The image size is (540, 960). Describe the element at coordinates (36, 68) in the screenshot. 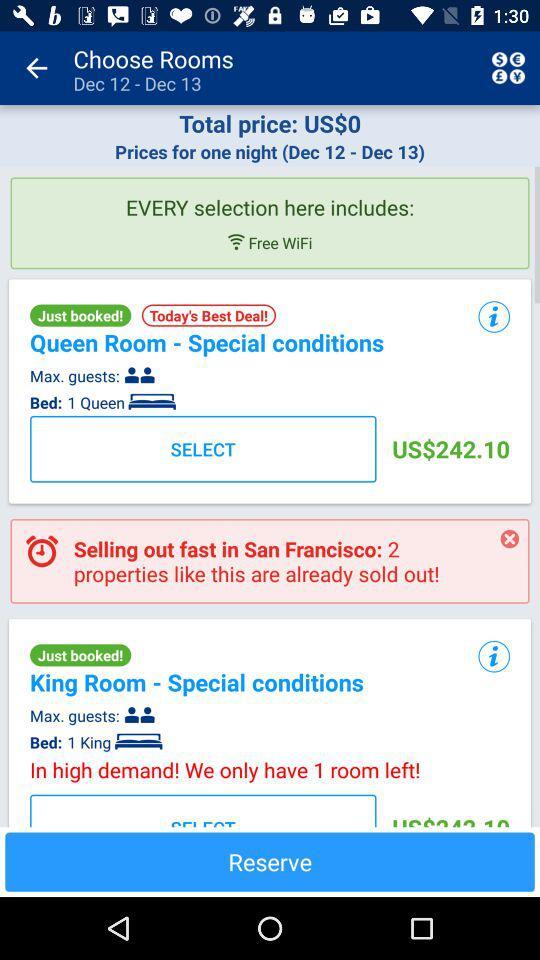

I see `app next to choose rooms dec app` at that location.